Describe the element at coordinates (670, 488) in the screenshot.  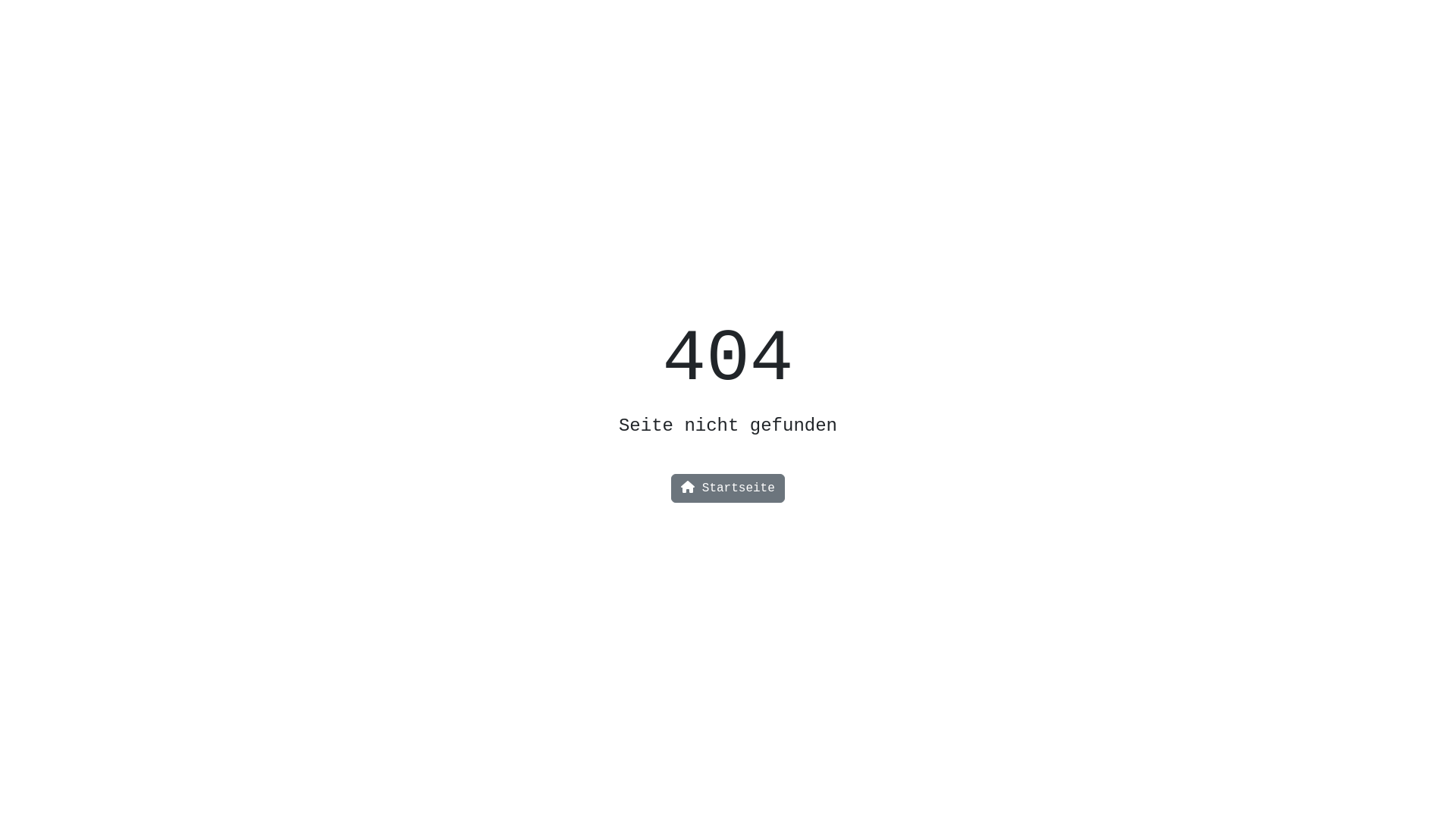
I see `'Startseite'` at that location.